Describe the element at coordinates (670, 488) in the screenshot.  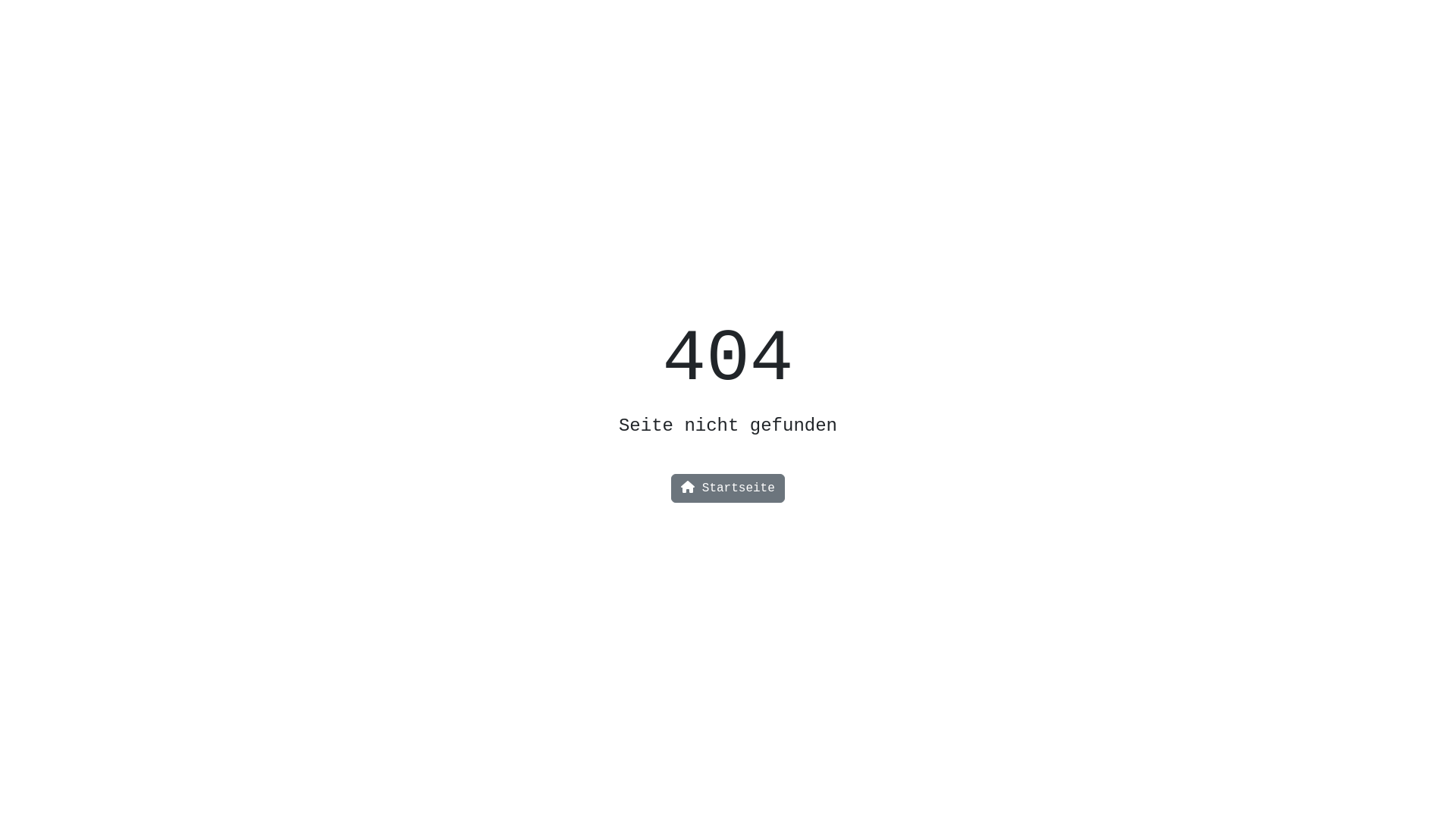
I see `'Startseite'` at that location.